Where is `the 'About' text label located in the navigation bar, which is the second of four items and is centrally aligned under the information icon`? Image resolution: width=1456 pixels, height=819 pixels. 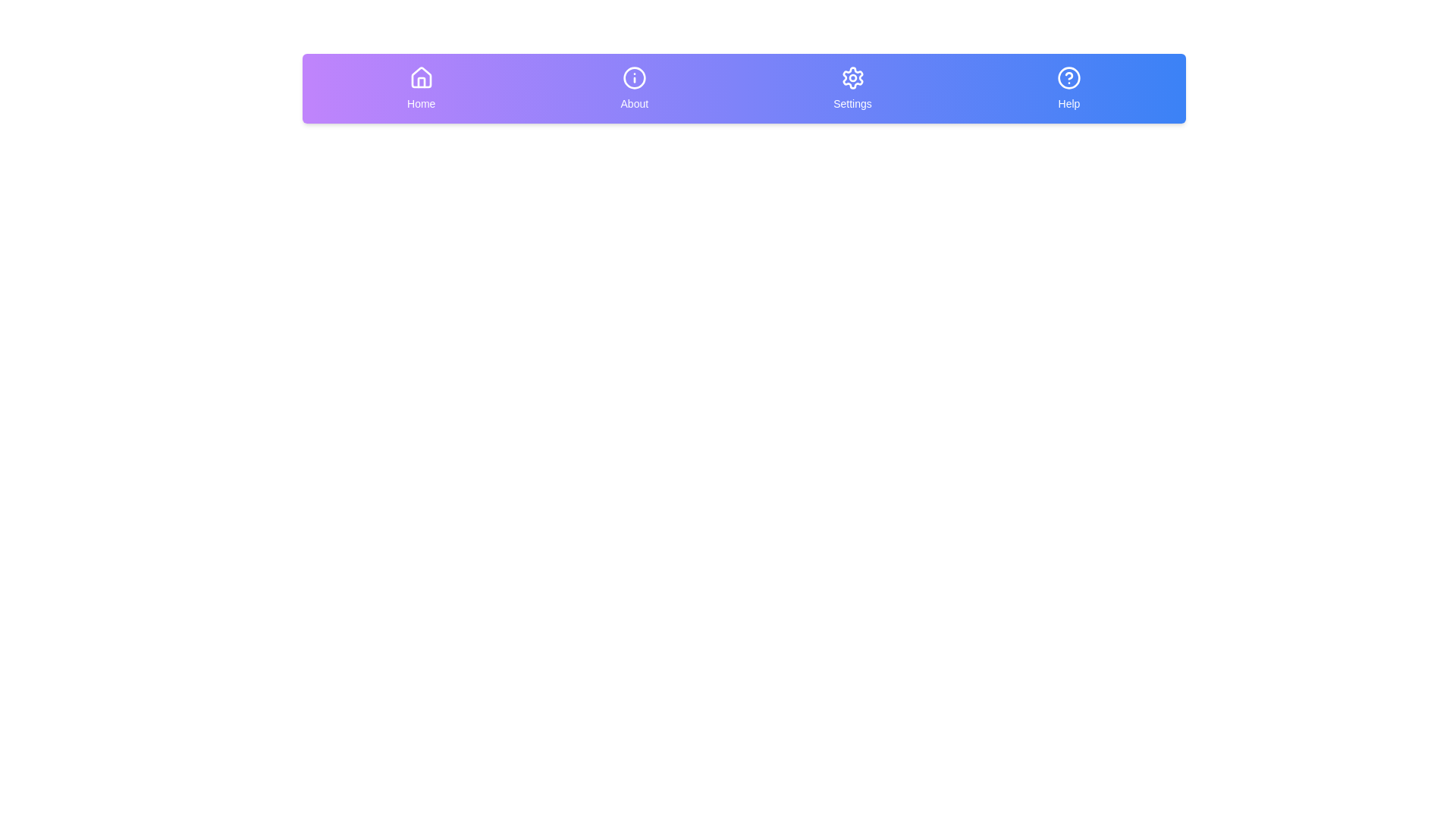 the 'About' text label located in the navigation bar, which is the second of four items and is centrally aligned under the information icon is located at coordinates (634, 103).